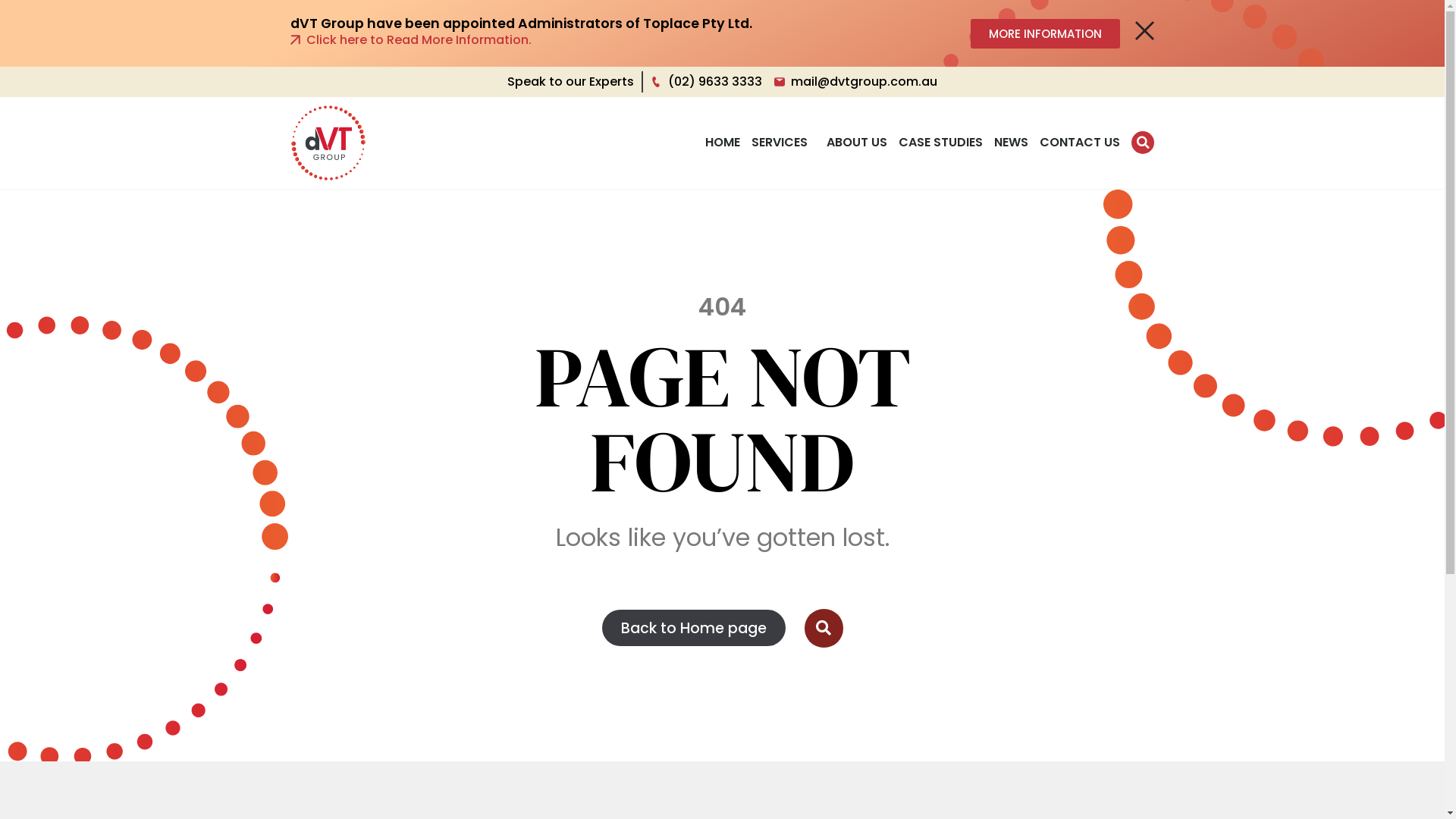 The height and width of the screenshot is (819, 1456). Describe the element at coordinates (1079, 143) in the screenshot. I see `'CONTACT US'` at that location.